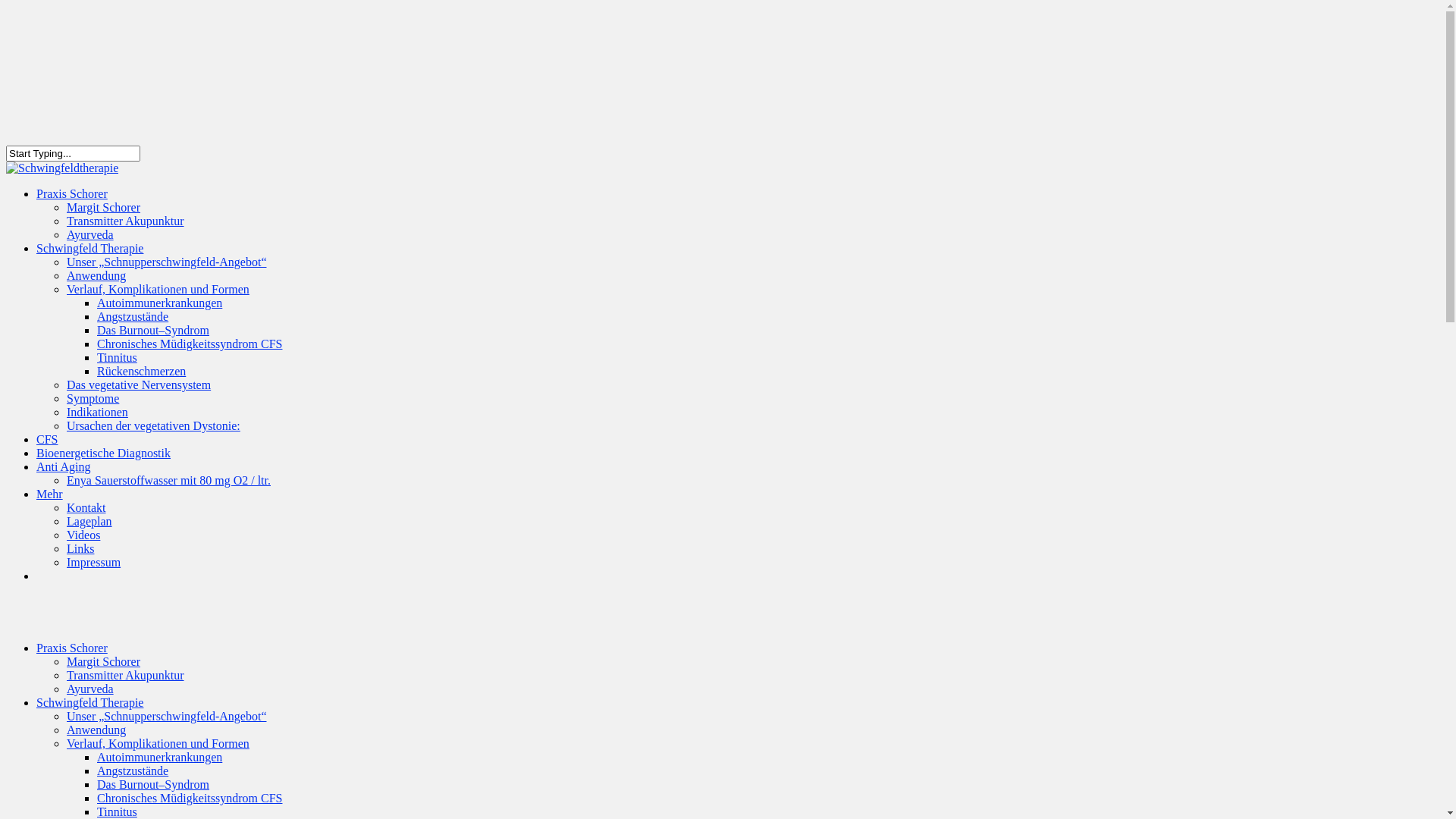 Image resolution: width=1456 pixels, height=819 pixels. Describe the element at coordinates (125, 674) in the screenshot. I see `'Transmitter Akupunktur'` at that location.